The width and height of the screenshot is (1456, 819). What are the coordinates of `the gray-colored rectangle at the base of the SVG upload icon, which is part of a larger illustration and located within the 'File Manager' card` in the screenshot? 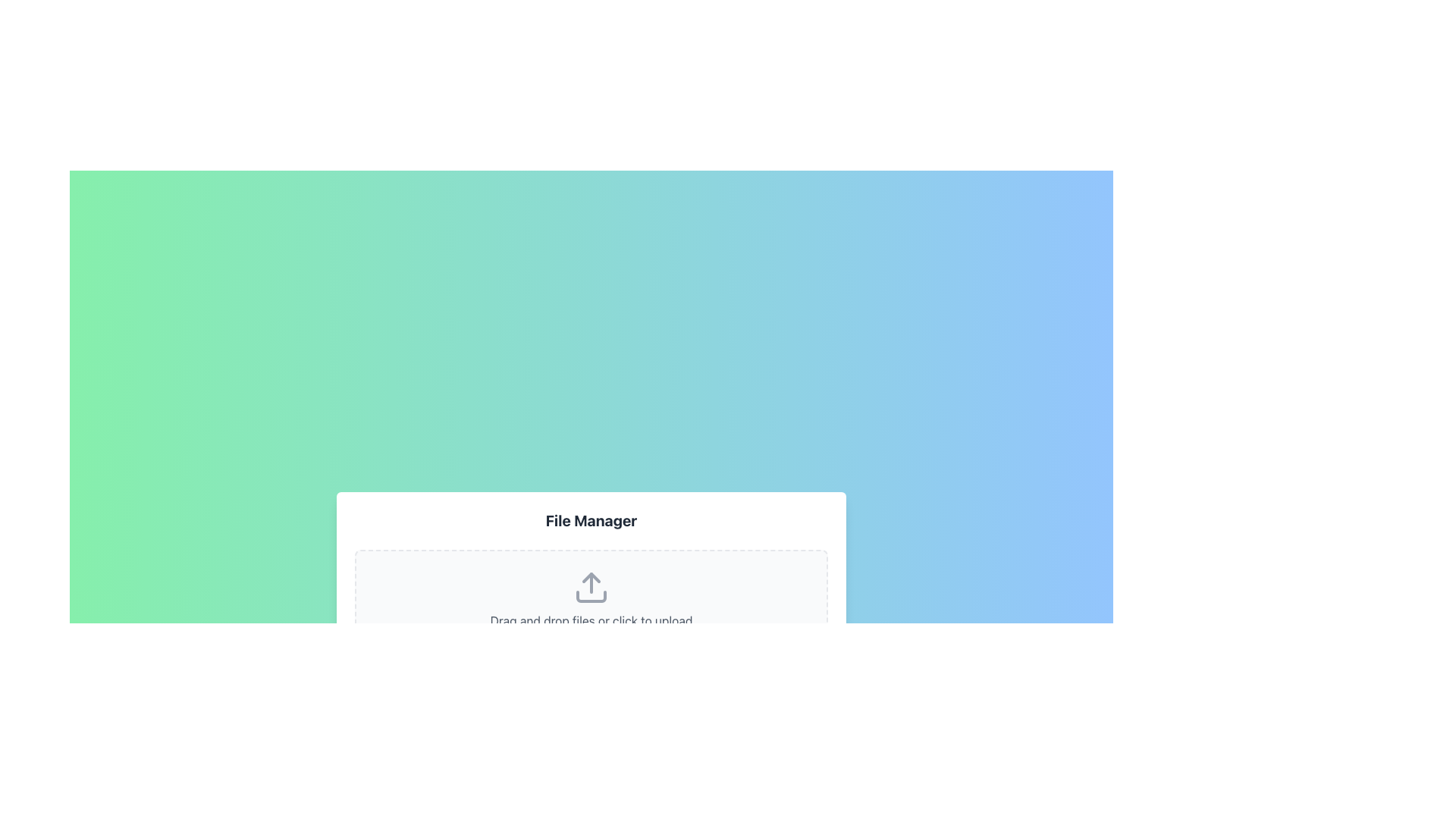 It's located at (590, 595).